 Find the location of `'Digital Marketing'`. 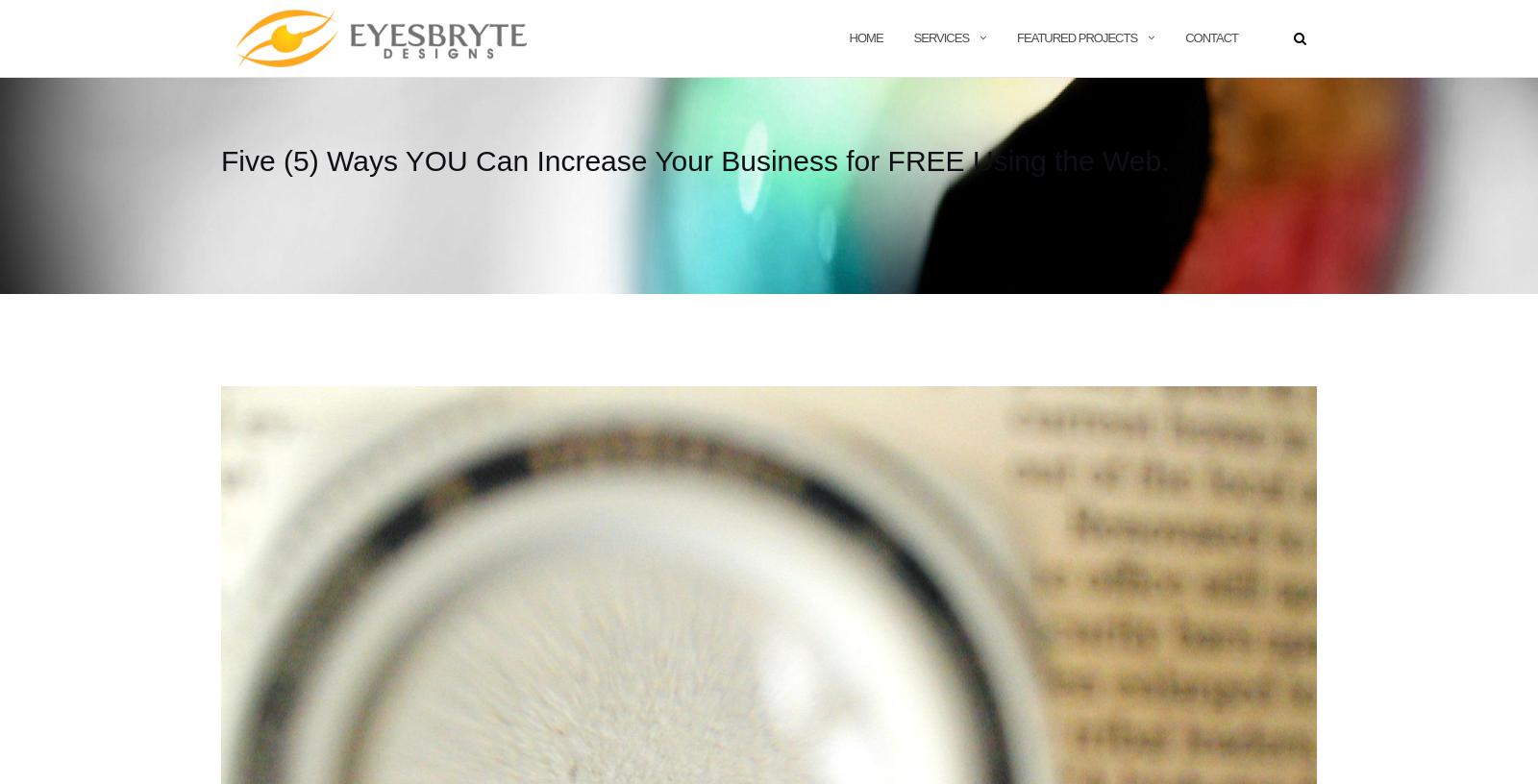

'Digital Marketing' is located at coordinates (936, 88).